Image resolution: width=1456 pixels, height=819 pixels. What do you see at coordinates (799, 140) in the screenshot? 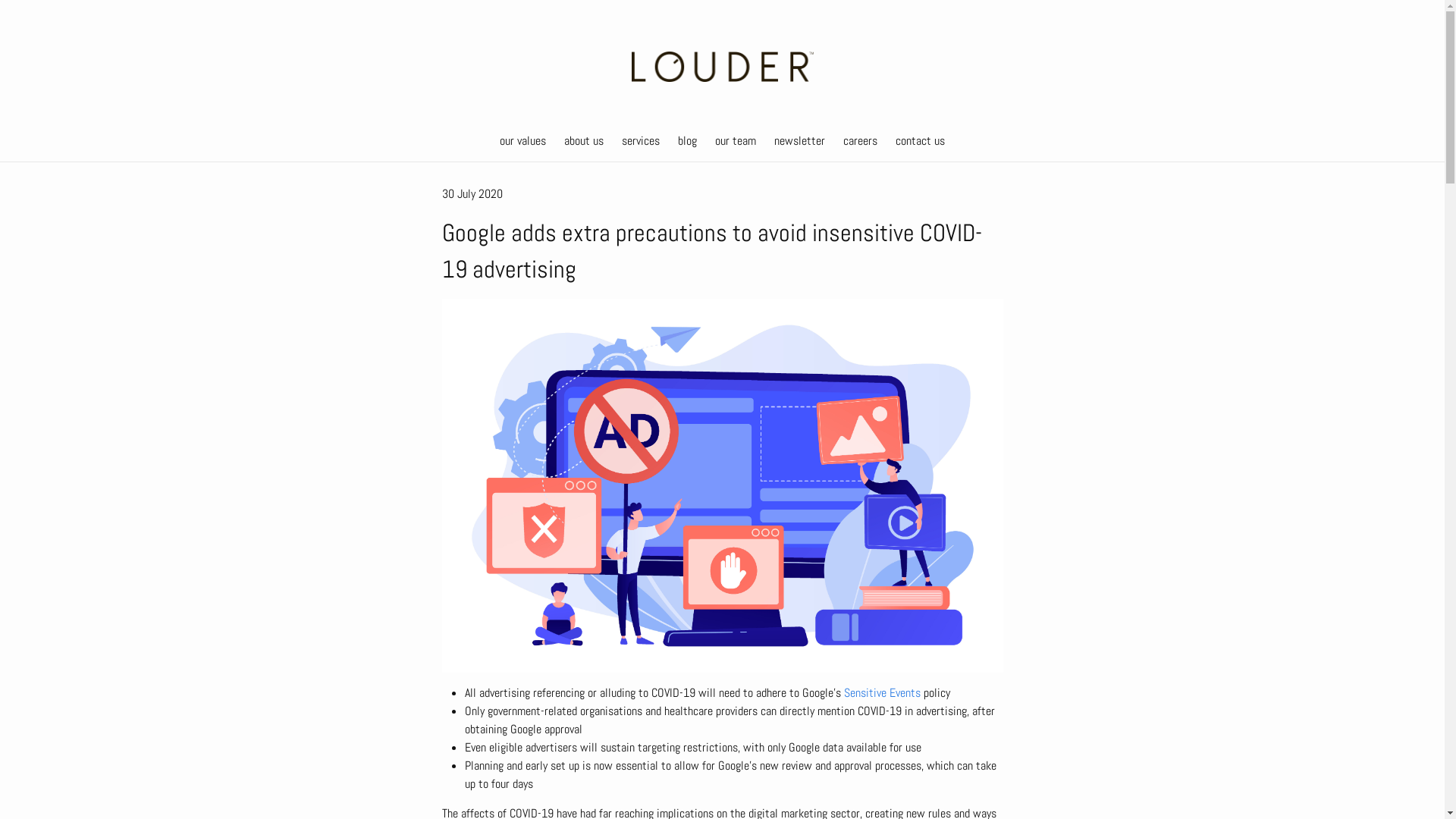
I see `'newsletter'` at bounding box center [799, 140].